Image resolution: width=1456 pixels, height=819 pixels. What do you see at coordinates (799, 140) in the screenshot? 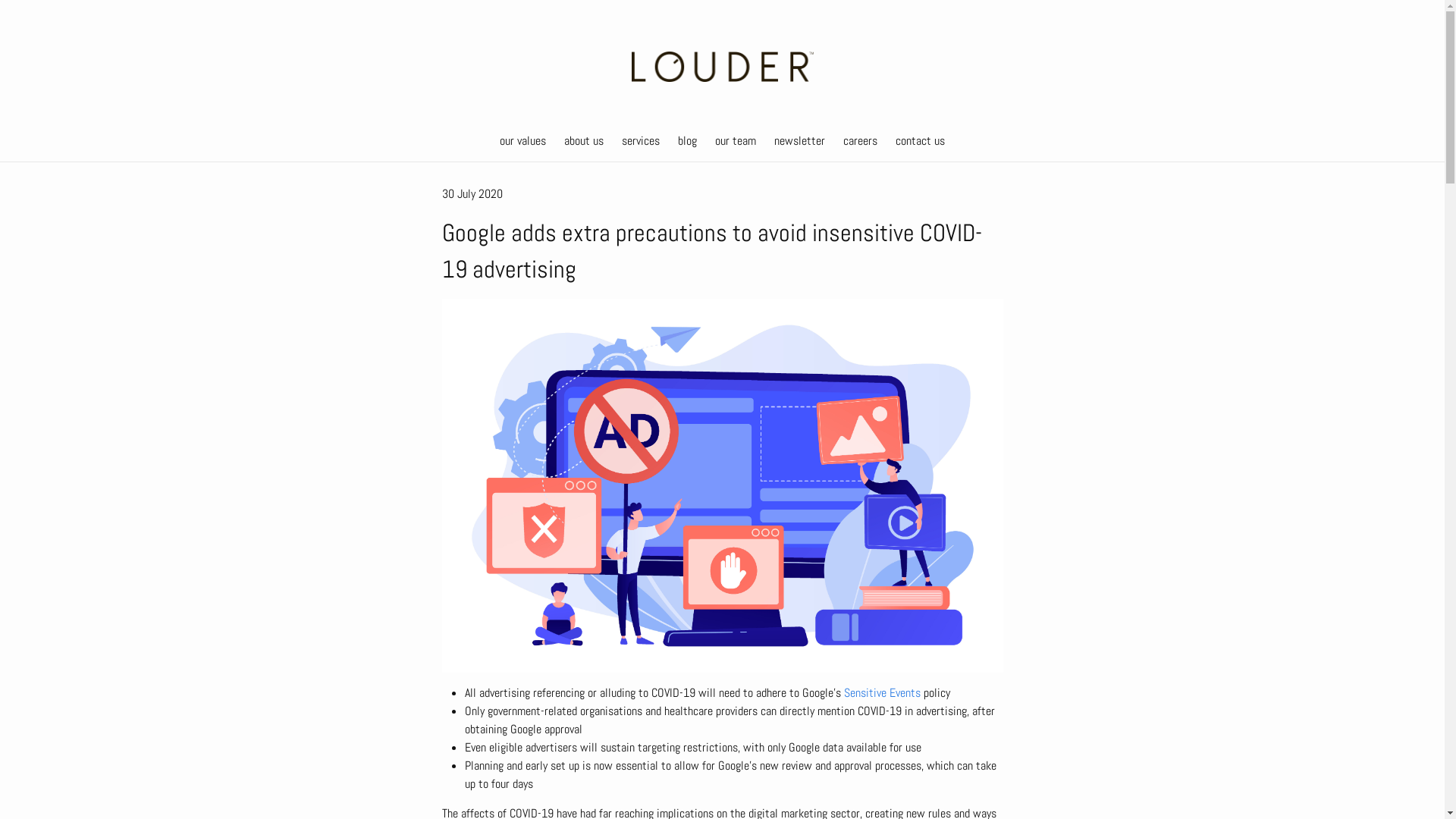
I see `'newsletter'` at bounding box center [799, 140].